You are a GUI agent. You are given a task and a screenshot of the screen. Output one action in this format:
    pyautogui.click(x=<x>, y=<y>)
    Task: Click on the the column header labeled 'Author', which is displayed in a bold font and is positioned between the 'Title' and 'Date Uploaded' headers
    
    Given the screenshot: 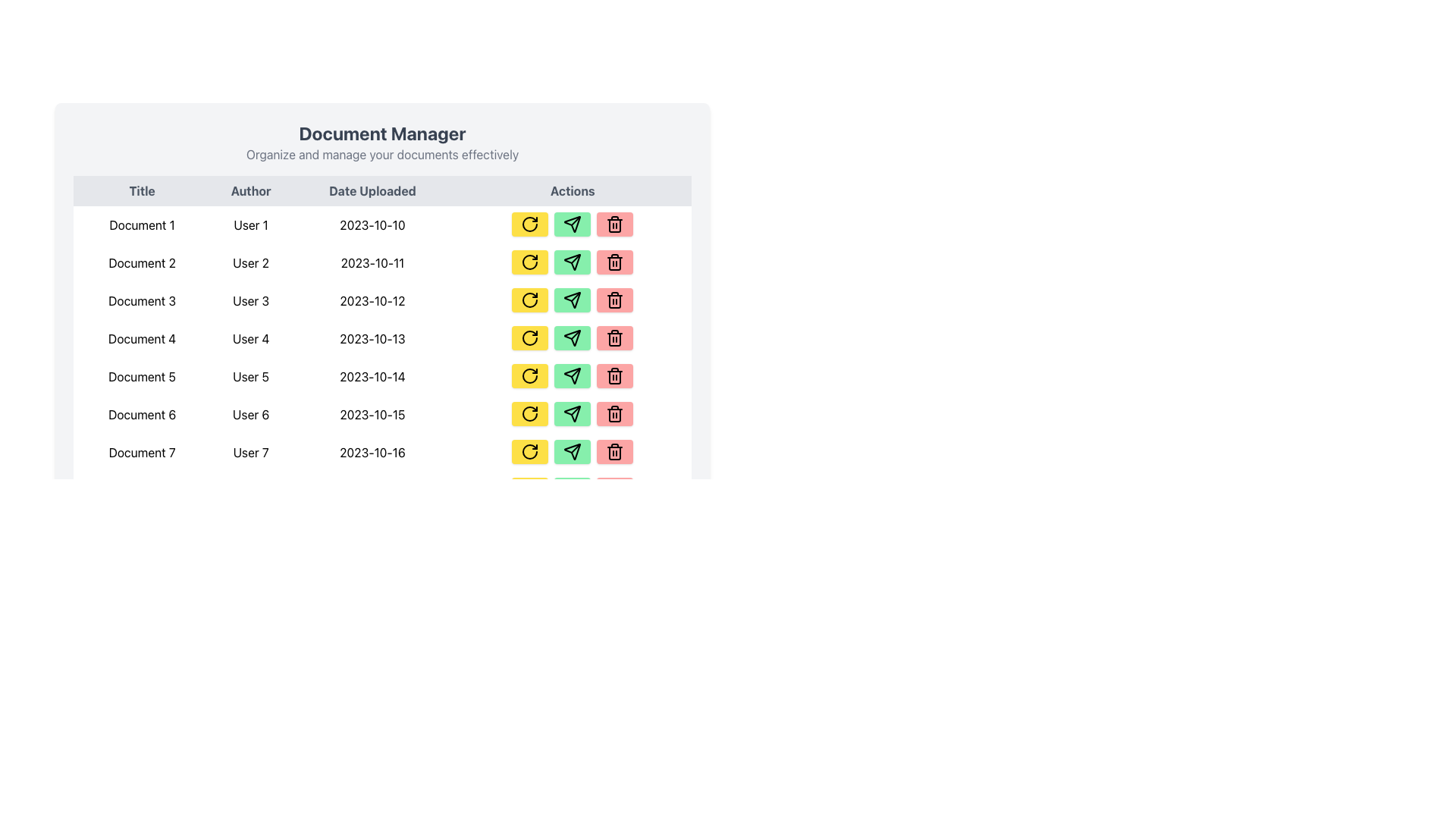 What is the action you would take?
    pyautogui.click(x=251, y=190)
    